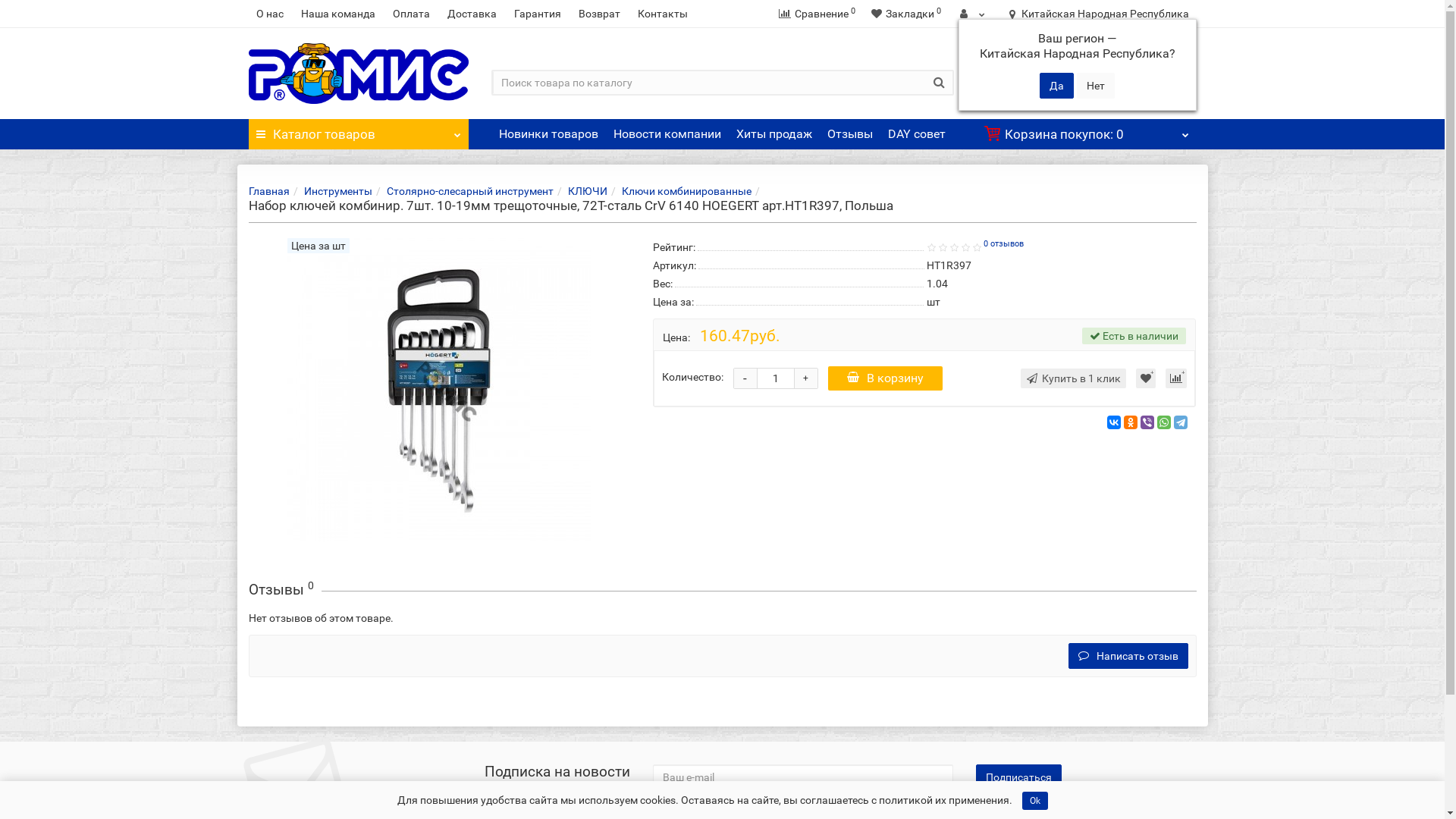  I want to click on 'Telegram', so click(1179, 422).